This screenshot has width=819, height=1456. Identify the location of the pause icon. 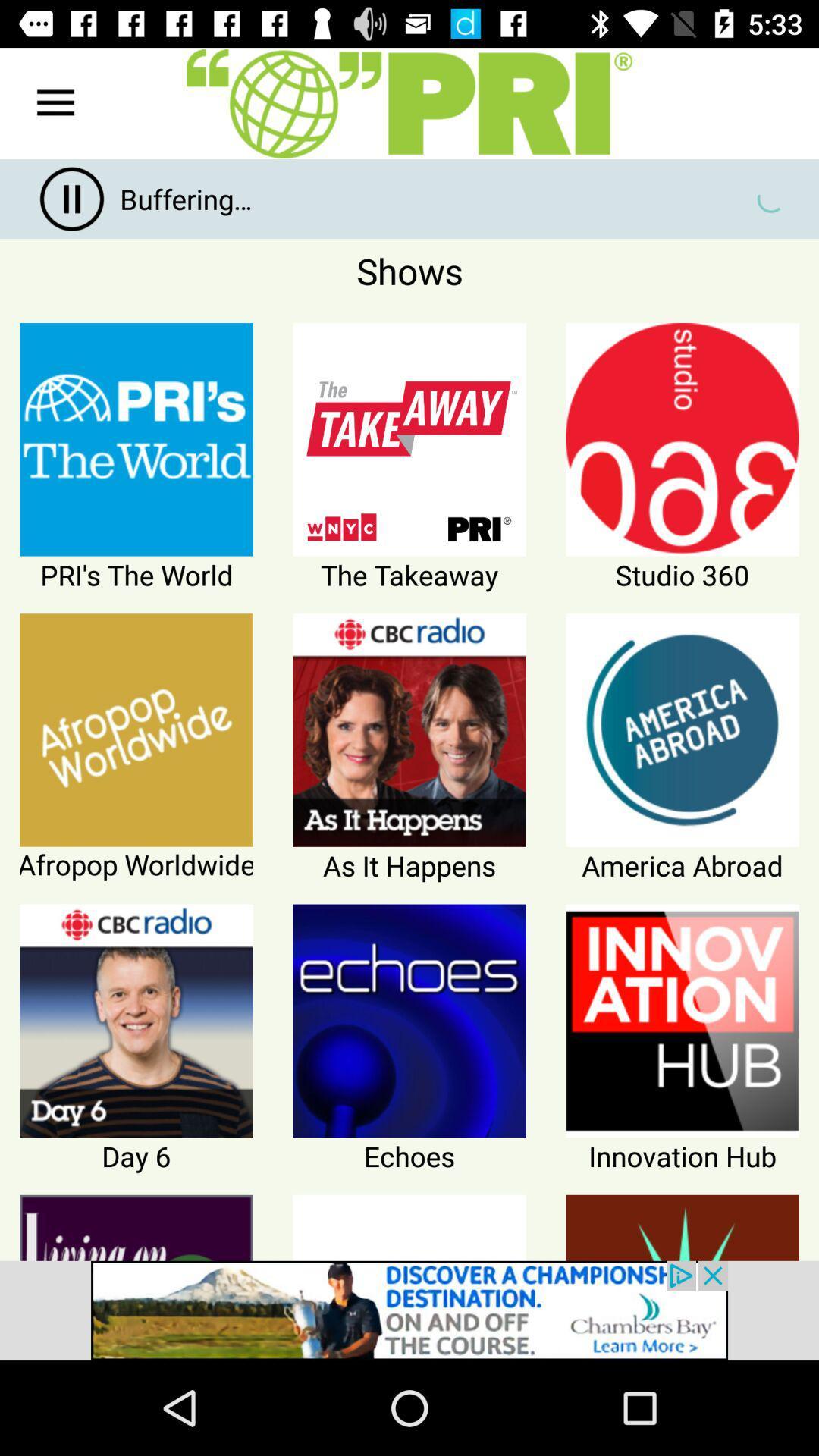
(71, 198).